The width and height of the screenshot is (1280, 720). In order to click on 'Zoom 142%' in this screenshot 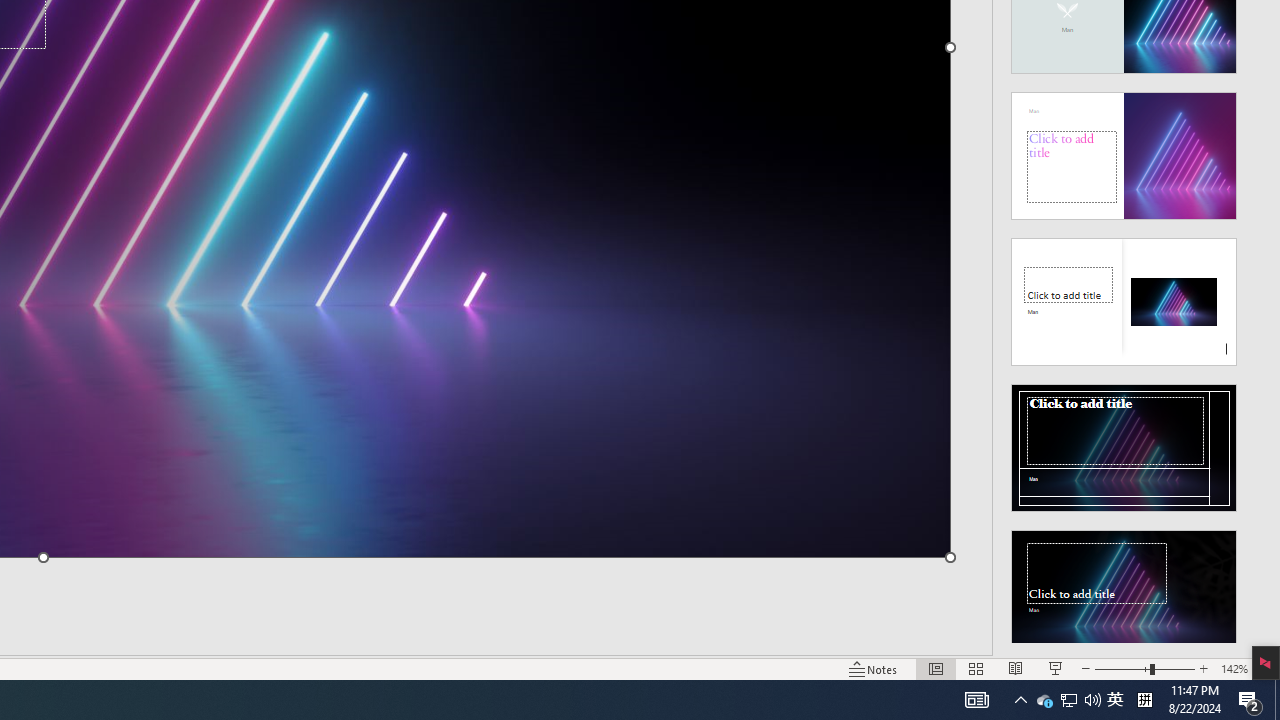, I will do `click(1233, 669)`.